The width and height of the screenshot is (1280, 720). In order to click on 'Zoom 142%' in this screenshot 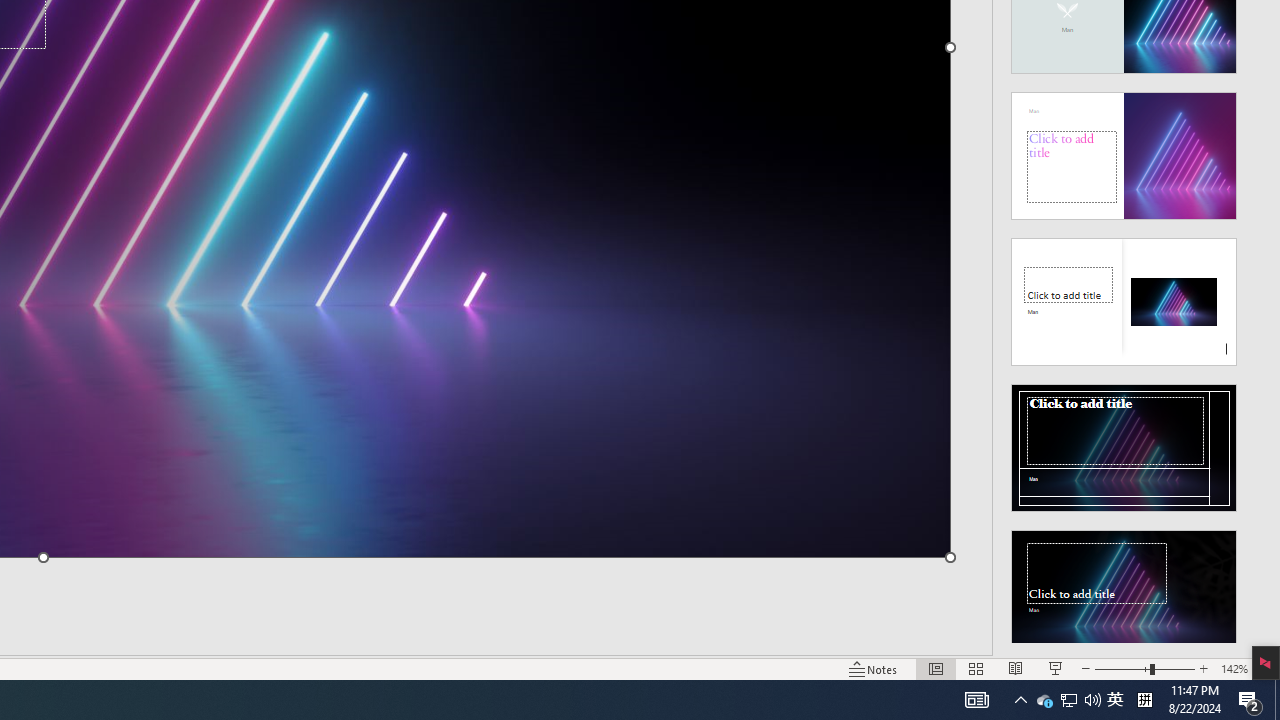, I will do `click(1233, 669)`.